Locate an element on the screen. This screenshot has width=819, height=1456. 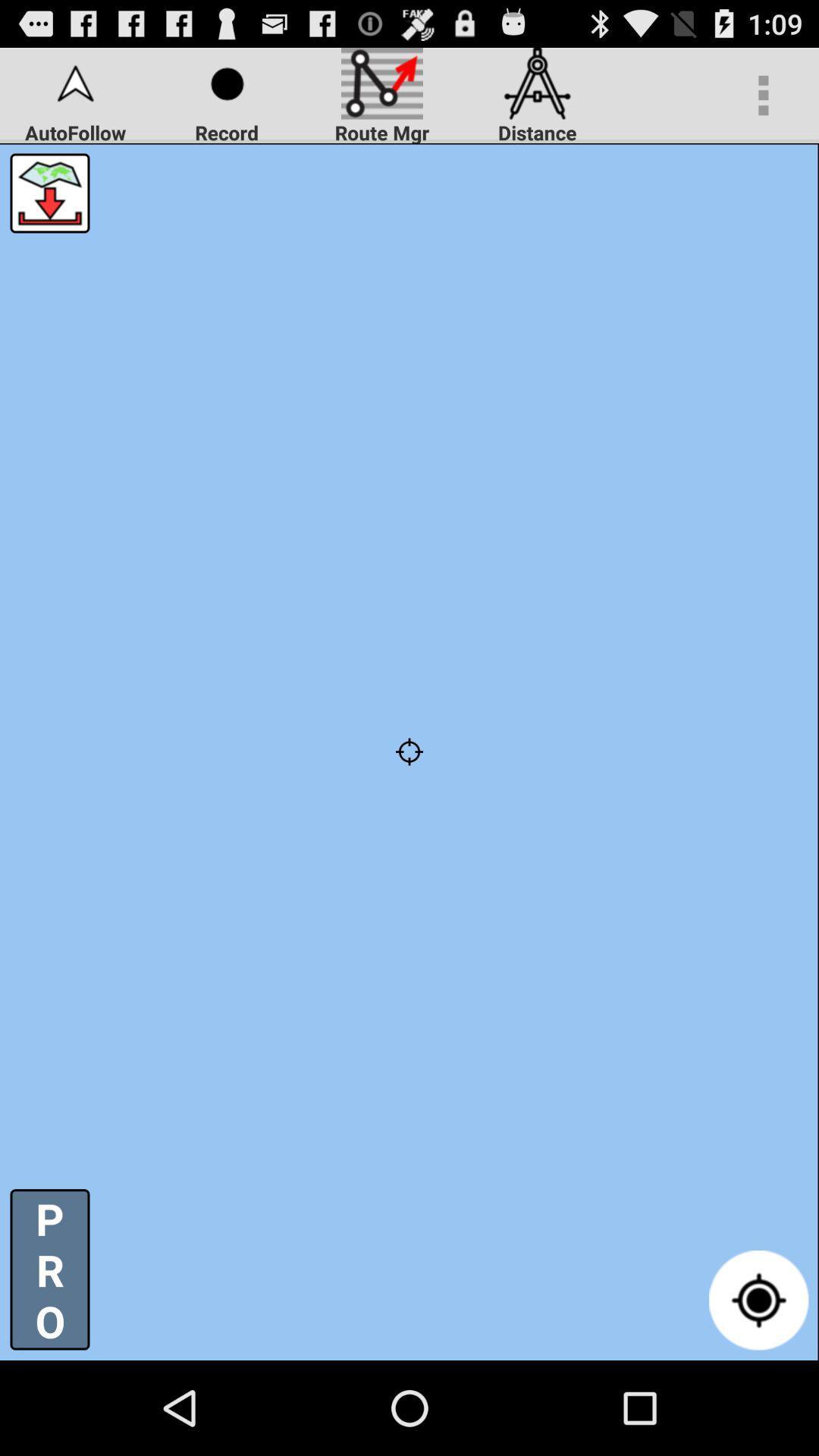
the icon to the right of p is located at coordinates (758, 1299).